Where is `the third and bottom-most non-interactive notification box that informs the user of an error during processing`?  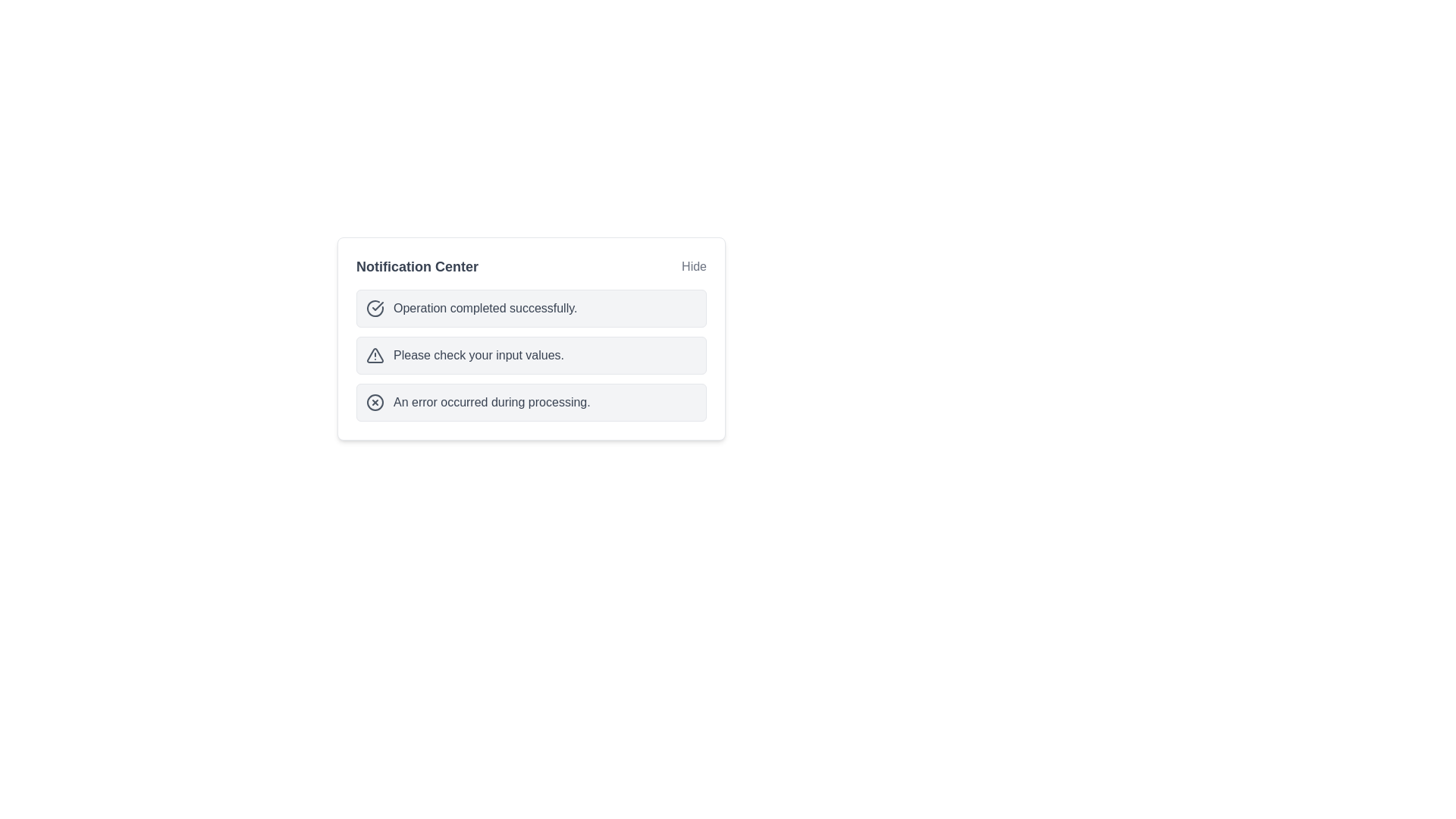
the third and bottom-most non-interactive notification box that informs the user of an error during processing is located at coordinates (531, 402).